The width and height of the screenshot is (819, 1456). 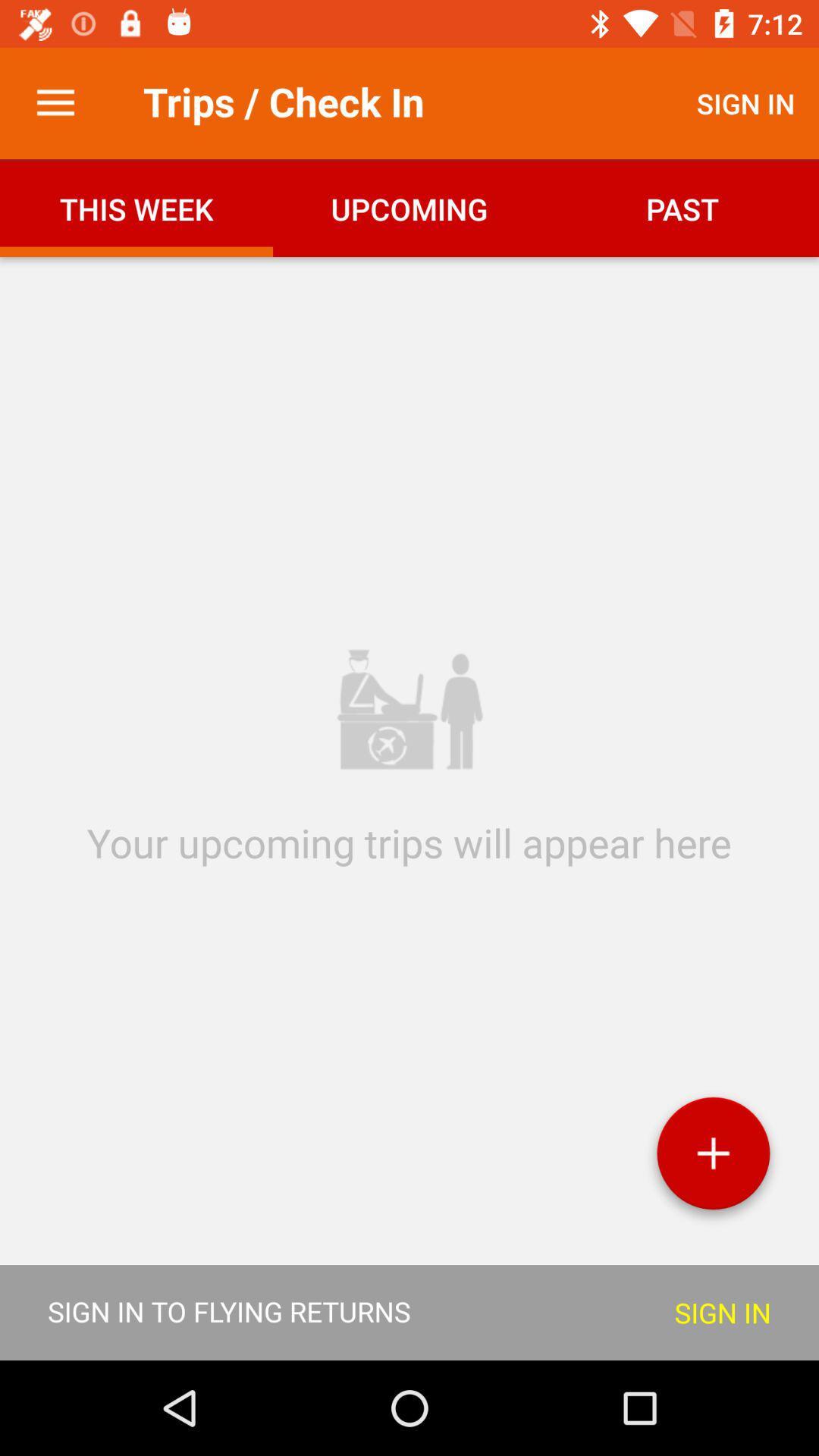 What do you see at coordinates (713, 1158) in the screenshot?
I see `the add icon` at bounding box center [713, 1158].